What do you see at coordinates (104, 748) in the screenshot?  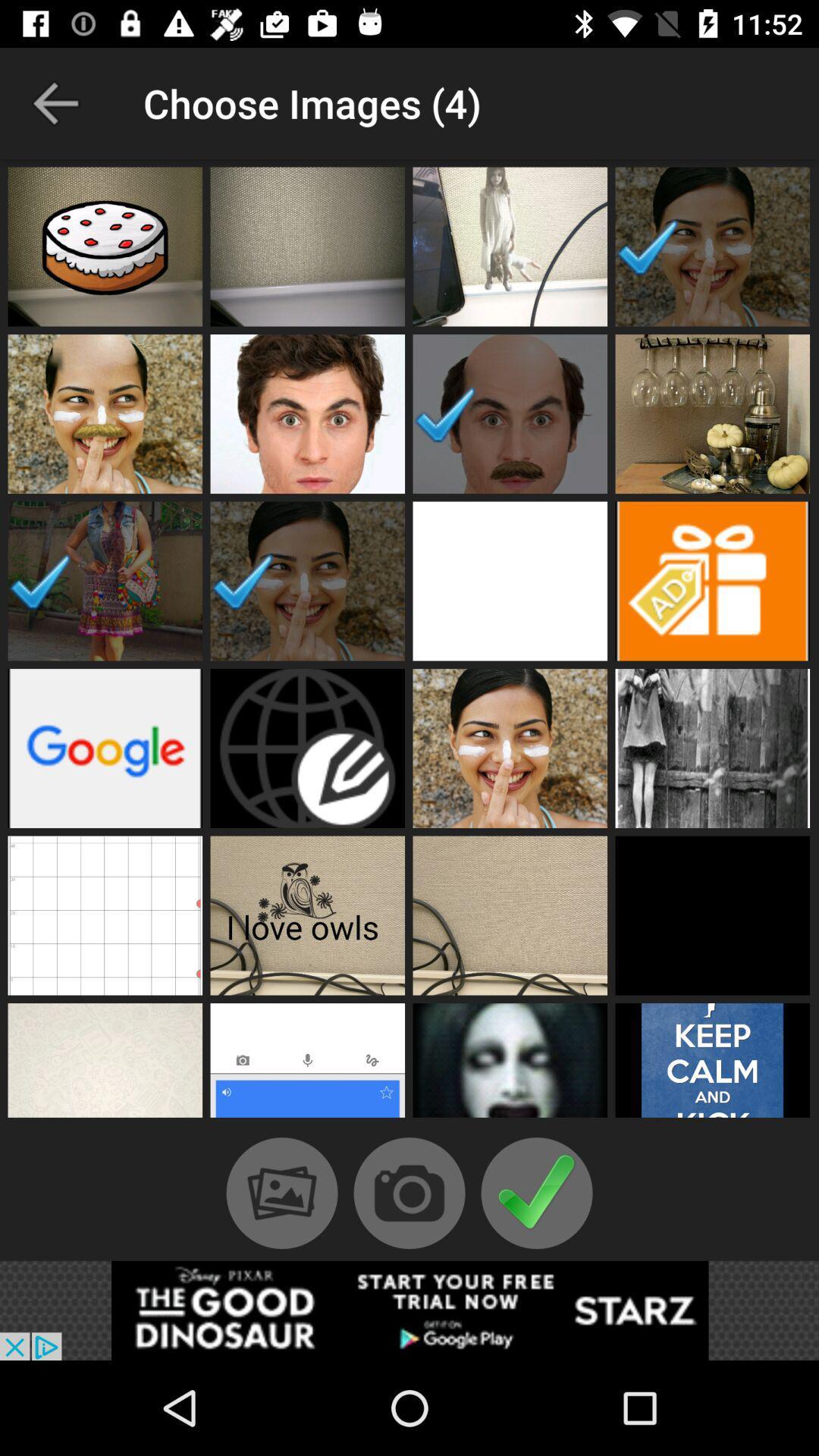 I see `image` at bounding box center [104, 748].